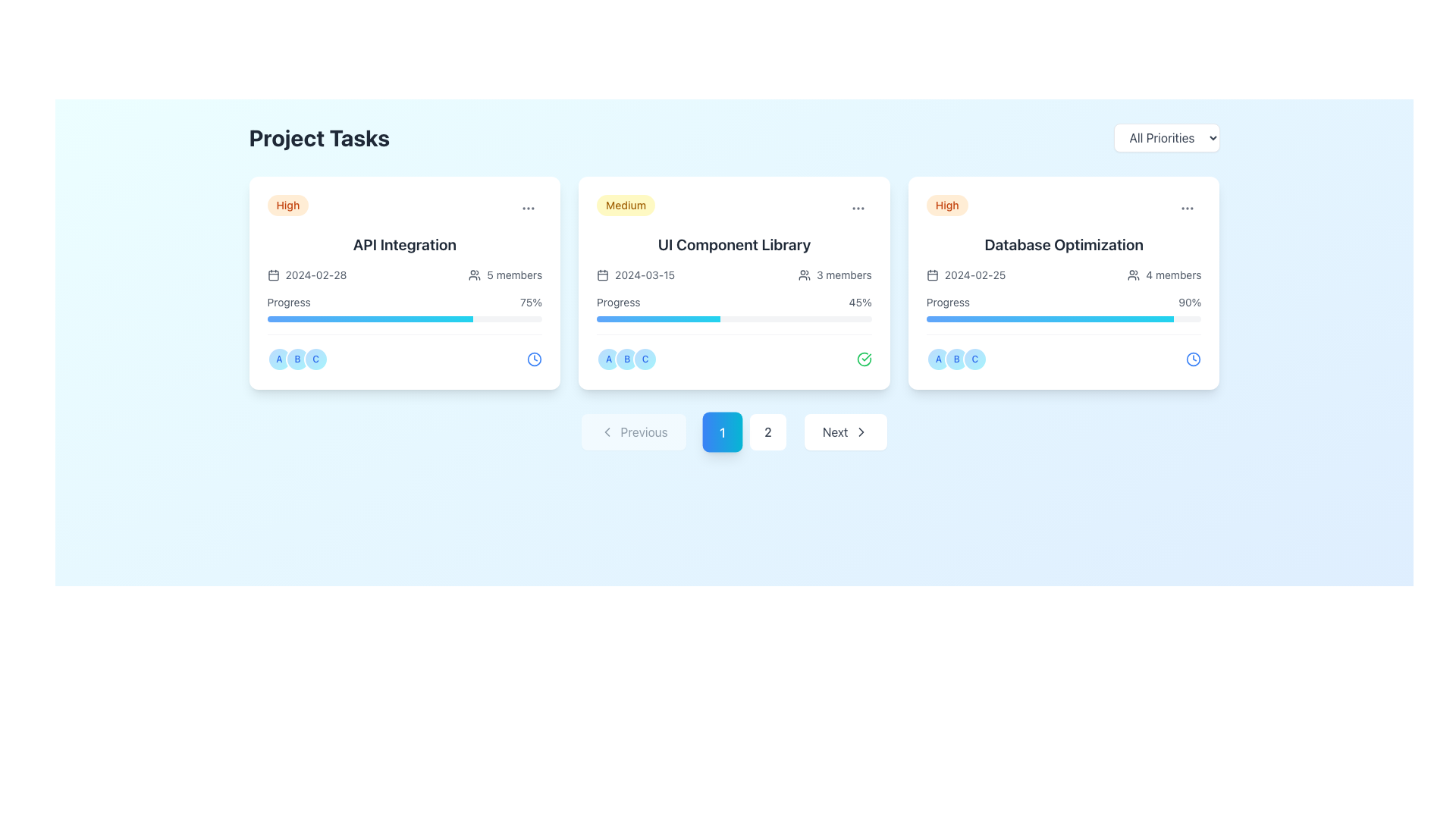  Describe the element at coordinates (860, 302) in the screenshot. I see `text label displaying '45%' located to the right of the 'Progress' label in the UI Component Library card` at that location.